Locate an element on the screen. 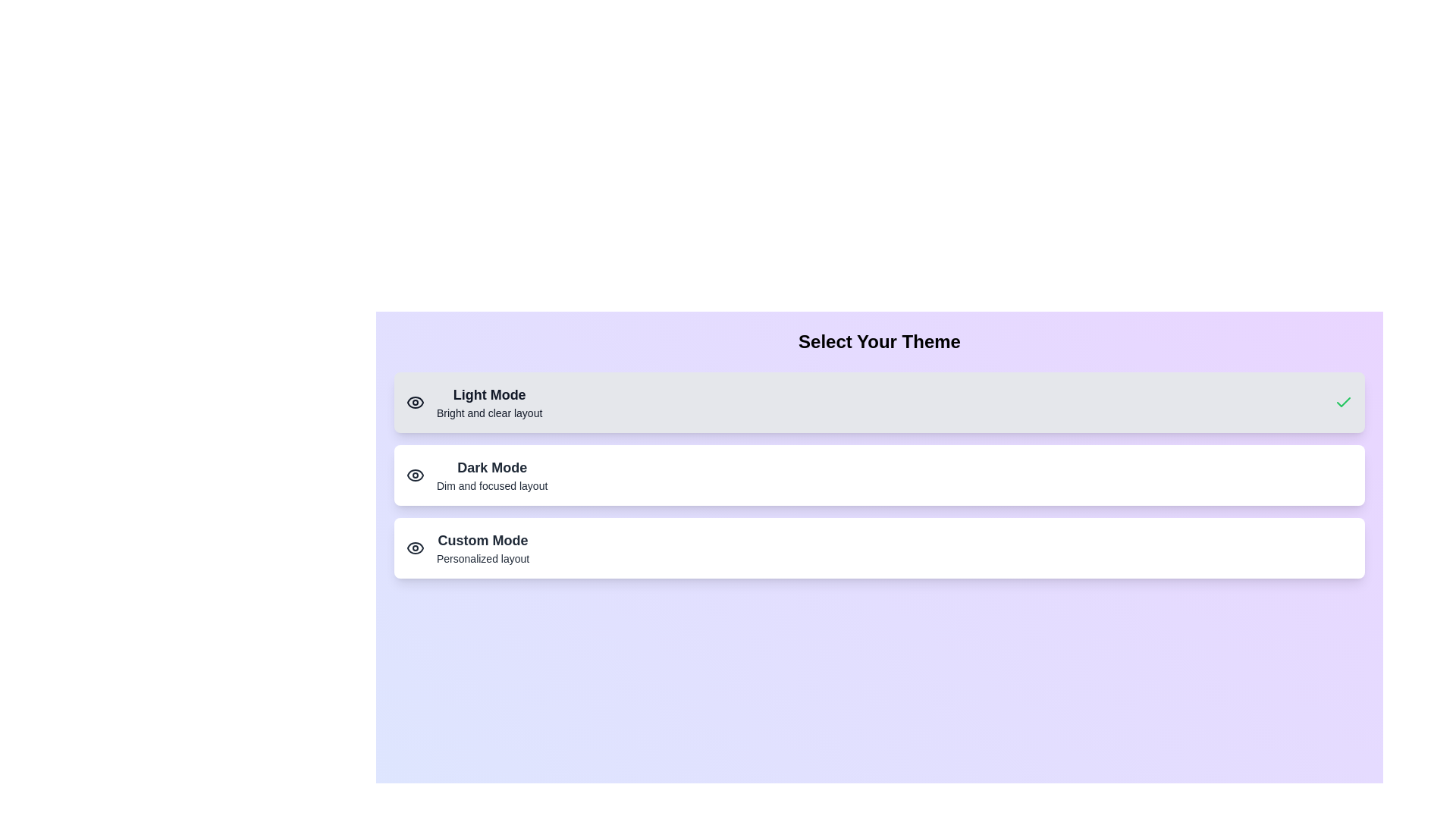 The width and height of the screenshot is (1456, 819). the theme button for Dark Mode is located at coordinates (880, 475).